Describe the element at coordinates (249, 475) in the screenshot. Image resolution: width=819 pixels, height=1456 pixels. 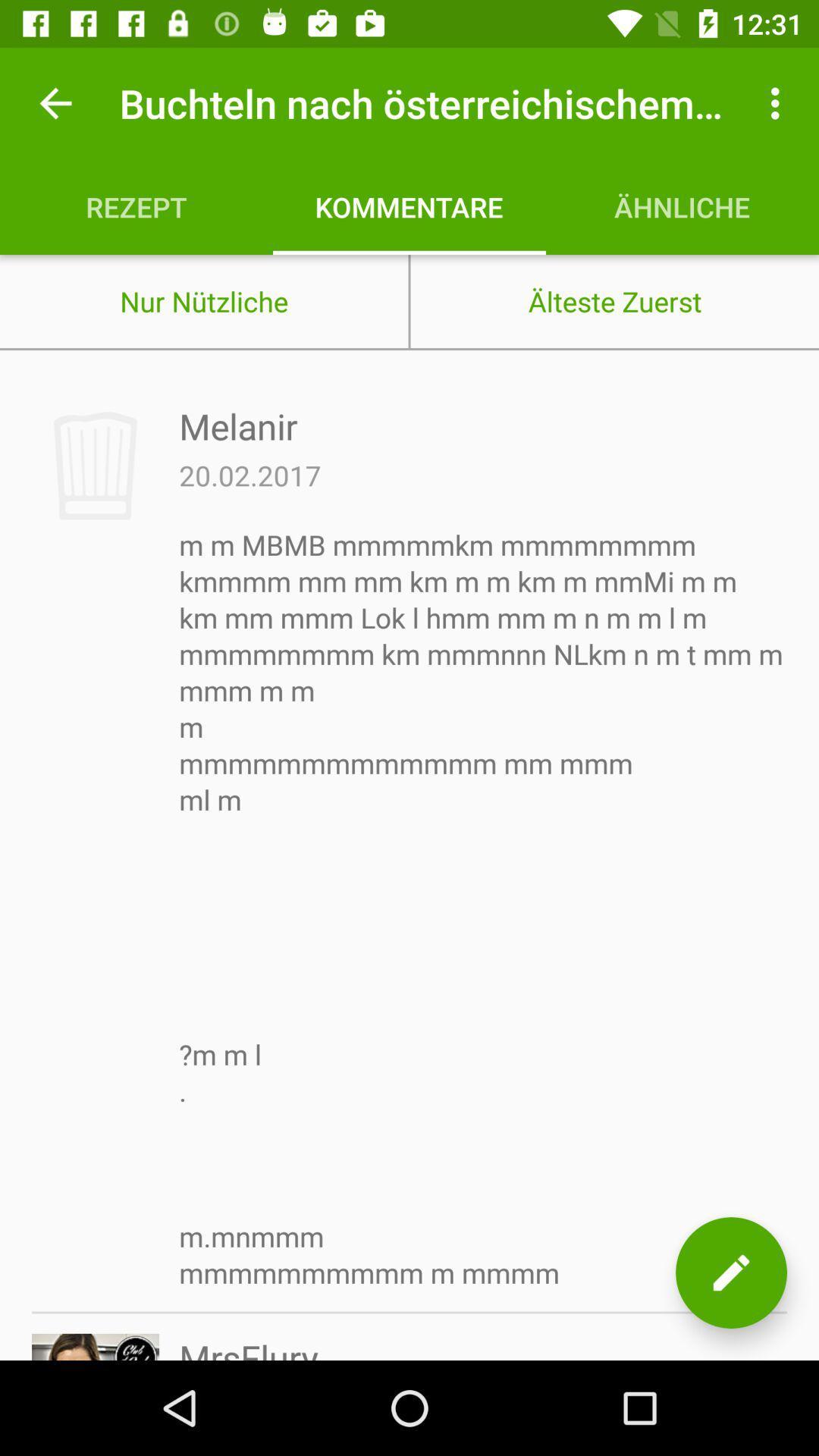
I see `20.02.2017 icon` at that location.